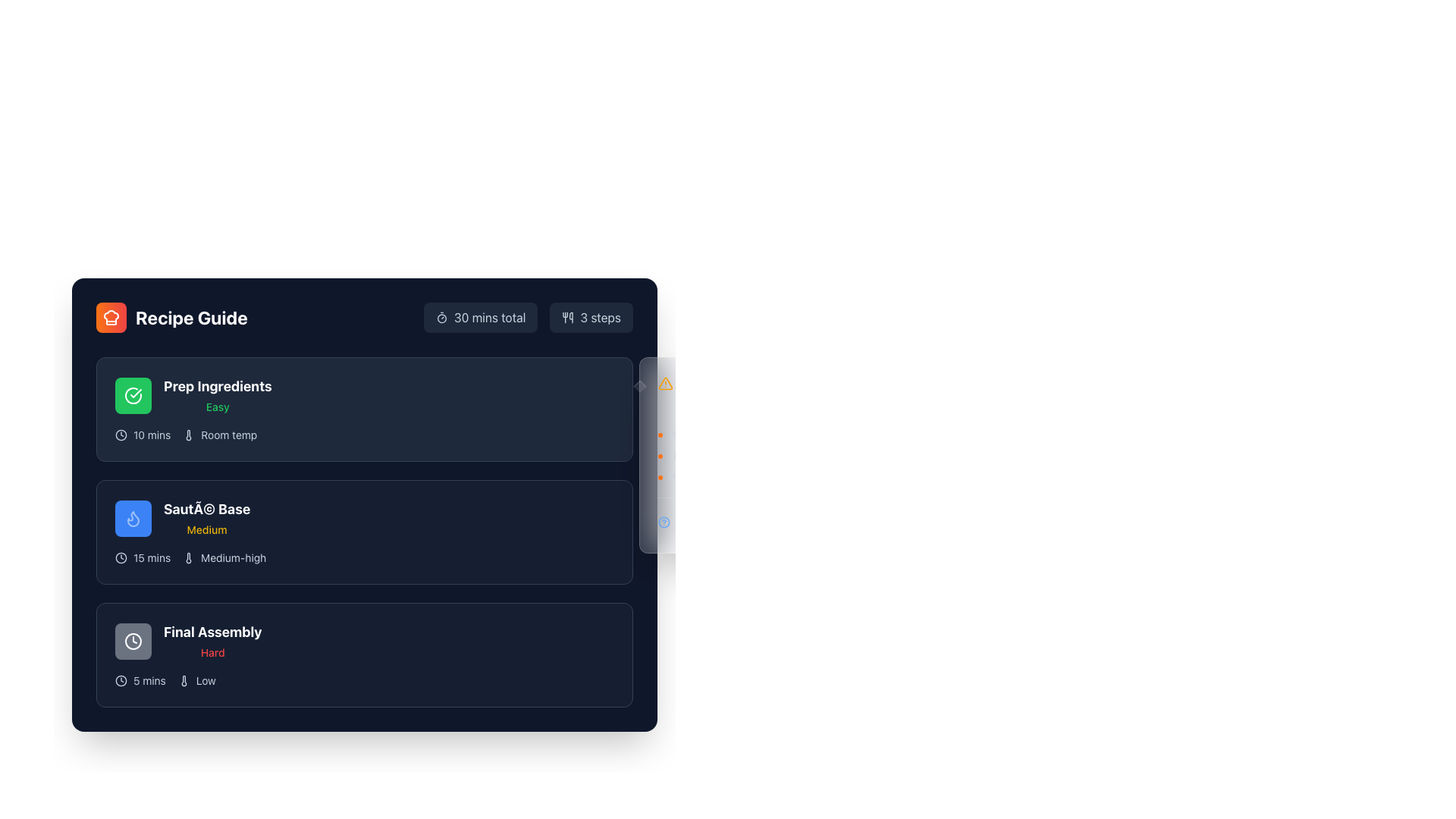 The width and height of the screenshot is (1456, 819). I want to click on the Text Label indicating the estimated duration for the 'Final Assembly' task, which is located in the 'Final Assembly' section, aligned horizontally with a clock icon, so click(149, 680).